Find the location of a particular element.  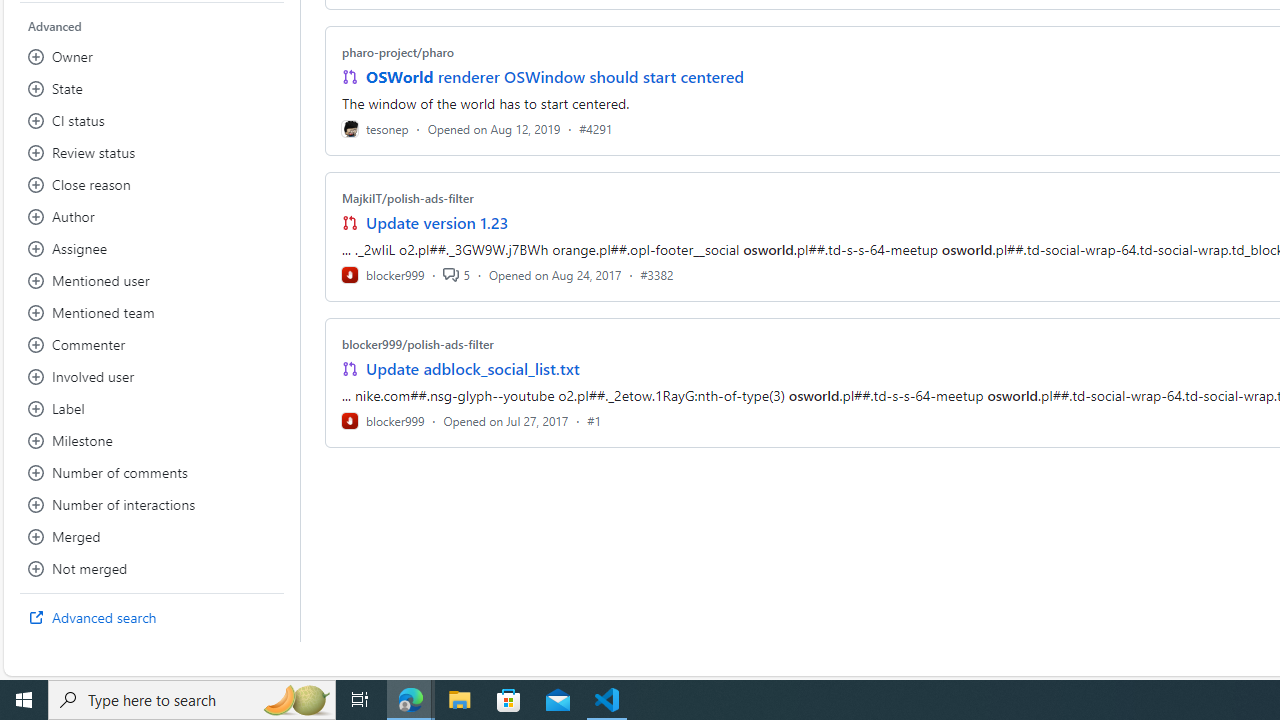

'blocker999' is located at coordinates (383, 419).